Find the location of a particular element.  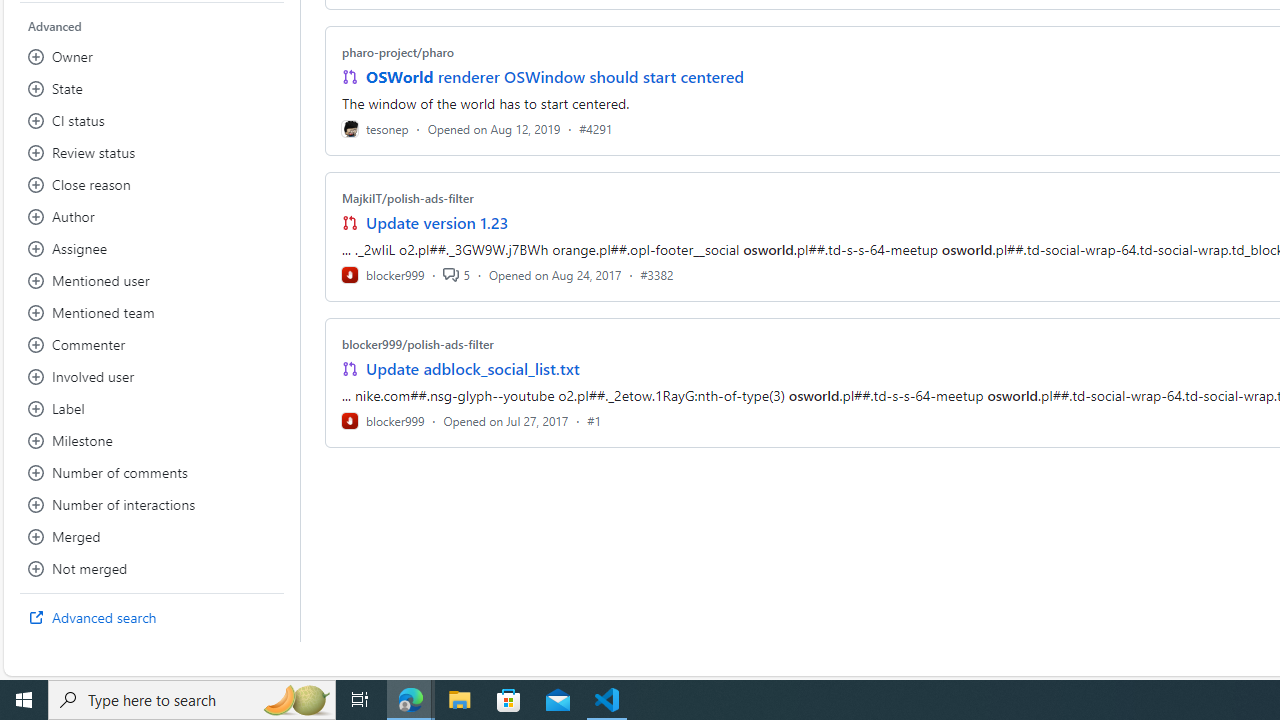

'blocker999' is located at coordinates (383, 419).